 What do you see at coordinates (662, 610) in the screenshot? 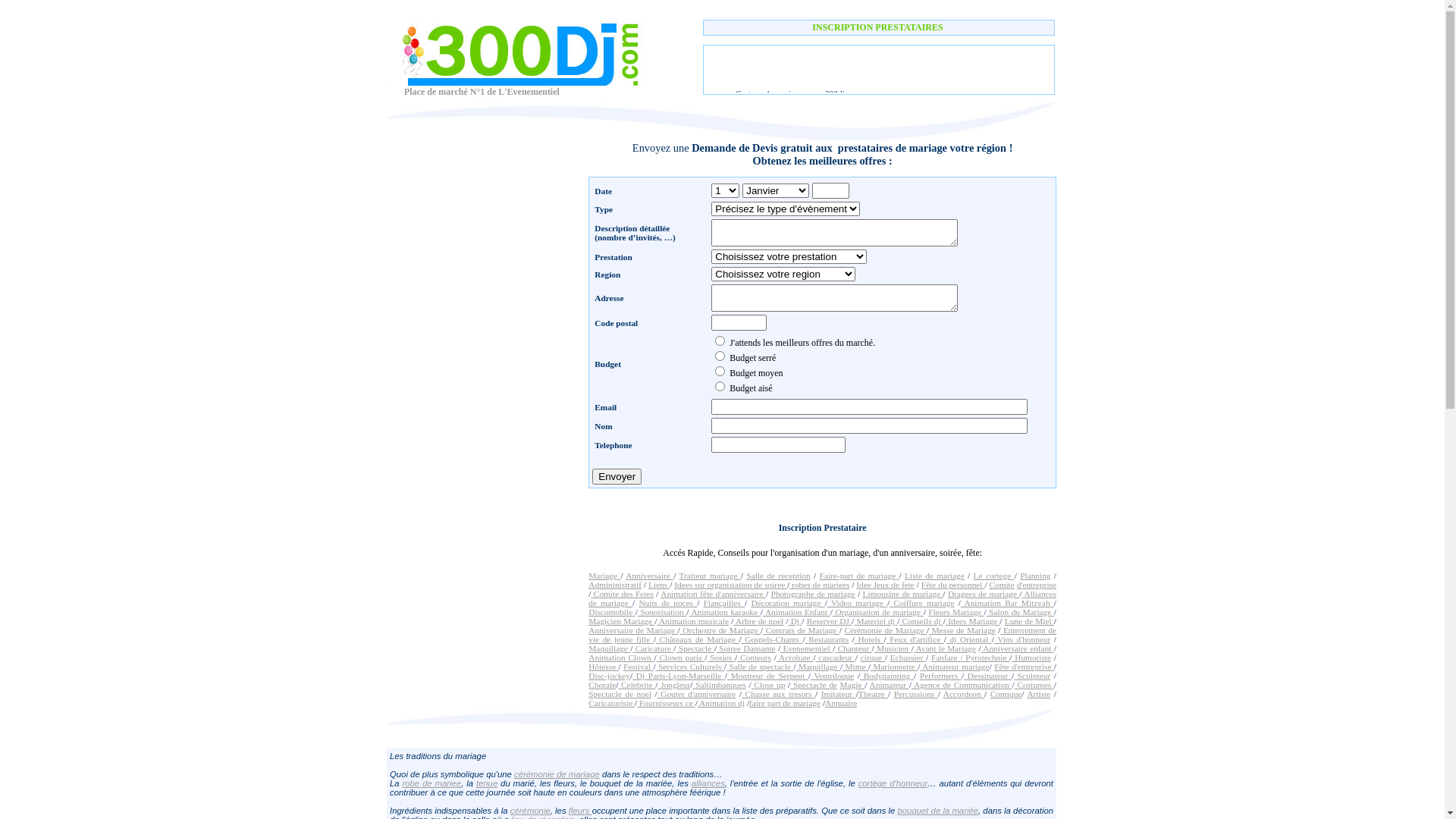
I see `'Sonorisation'` at bounding box center [662, 610].